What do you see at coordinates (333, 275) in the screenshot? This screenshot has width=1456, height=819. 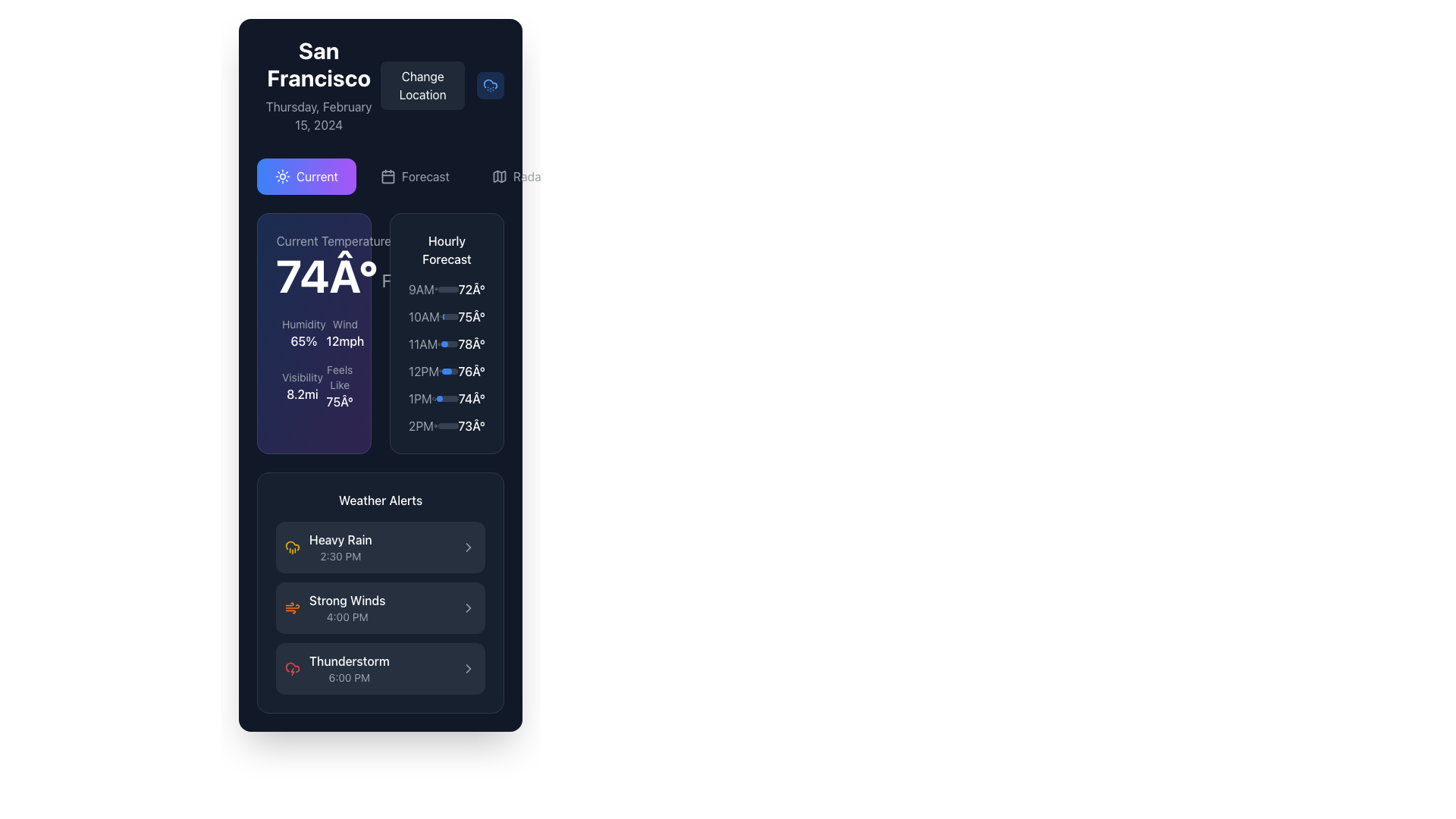 I see `the temperature display label located in the upper left portion of the weather interface panel, directly under 'Current Temperature'` at bounding box center [333, 275].